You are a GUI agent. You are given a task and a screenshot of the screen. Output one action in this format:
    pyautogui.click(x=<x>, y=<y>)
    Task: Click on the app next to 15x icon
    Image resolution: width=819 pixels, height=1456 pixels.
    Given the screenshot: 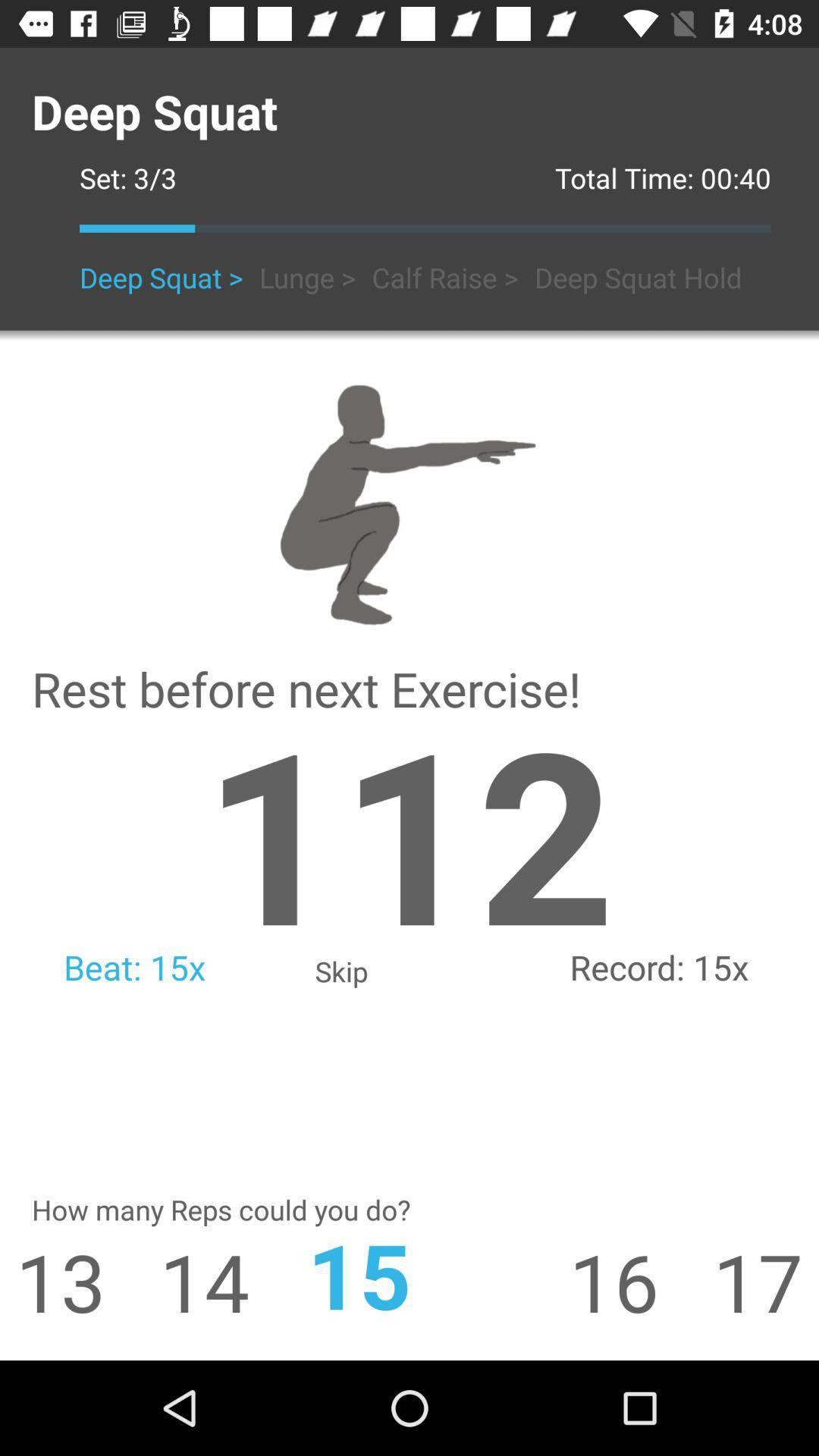 What is the action you would take?
    pyautogui.click(x=408, y=830)
    